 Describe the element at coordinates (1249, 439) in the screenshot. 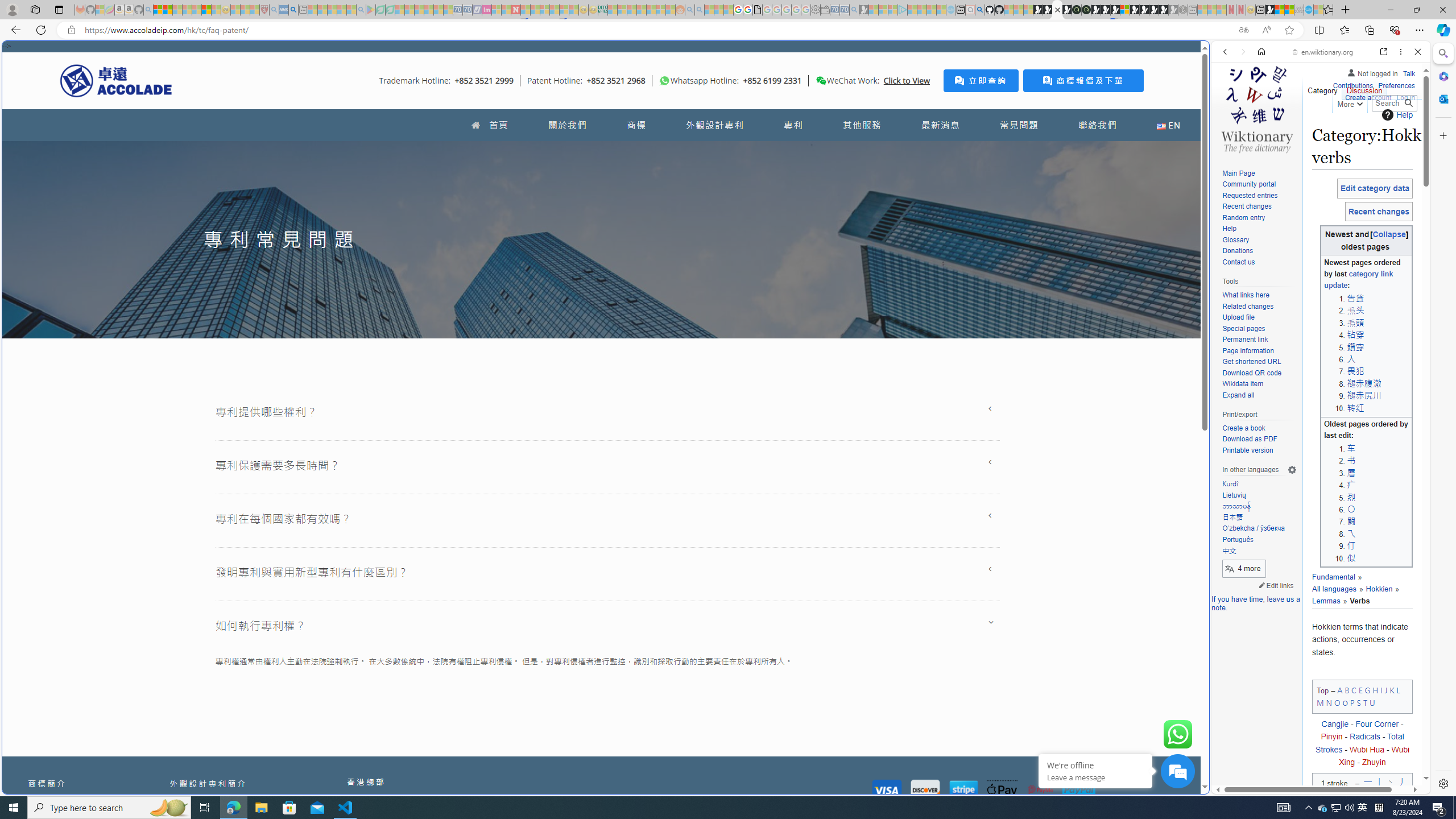

I see `'Download as PDF'` at that location.